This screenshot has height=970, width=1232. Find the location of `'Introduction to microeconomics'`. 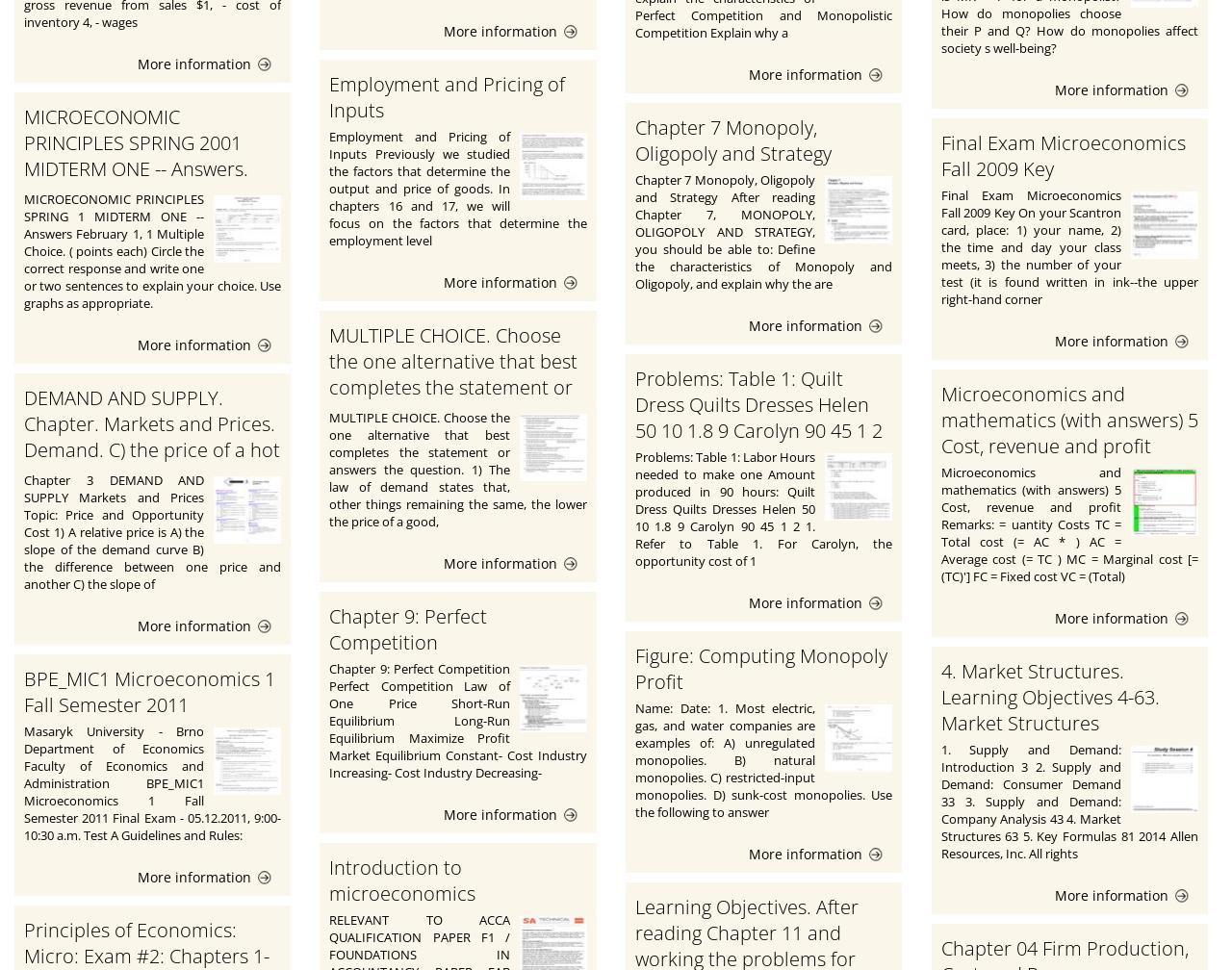

'Introduction to microeconomics' is located at coordinates (401, 880).